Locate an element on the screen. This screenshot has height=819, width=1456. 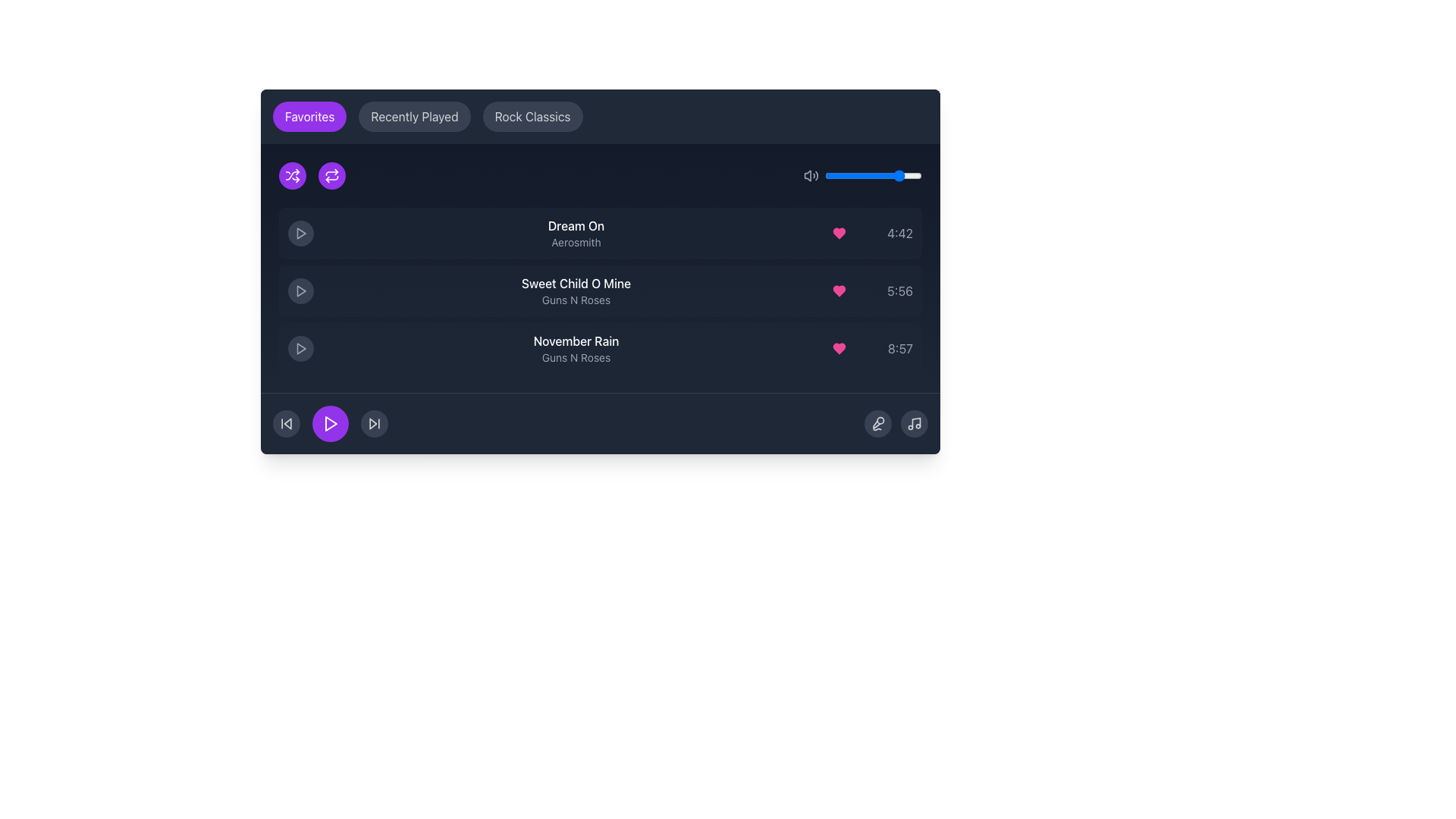
the favorite toggle button for the song 'Dream On' by Aerosmith is located at coordinates (839, 234).